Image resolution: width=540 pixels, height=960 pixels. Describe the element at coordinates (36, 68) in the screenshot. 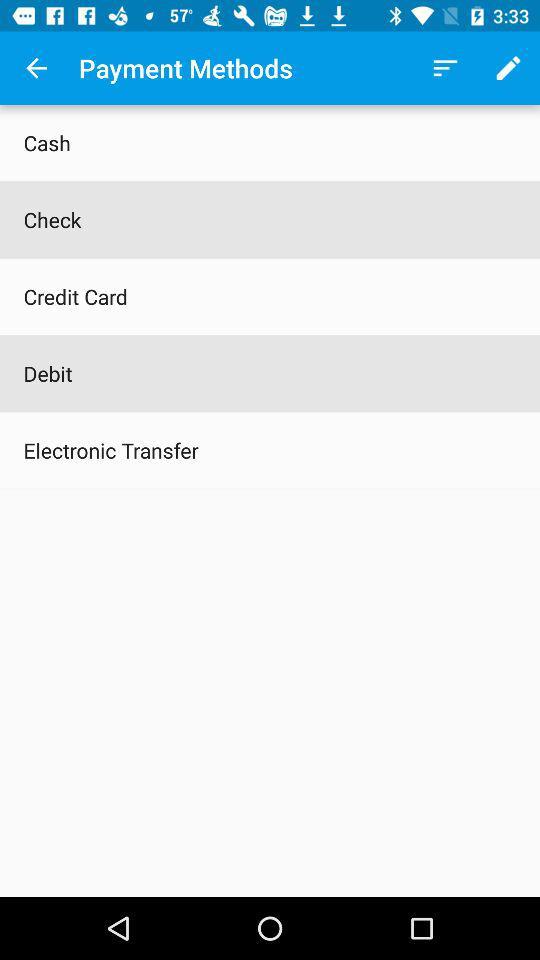

I see `the item next to the payment methods` at that location.